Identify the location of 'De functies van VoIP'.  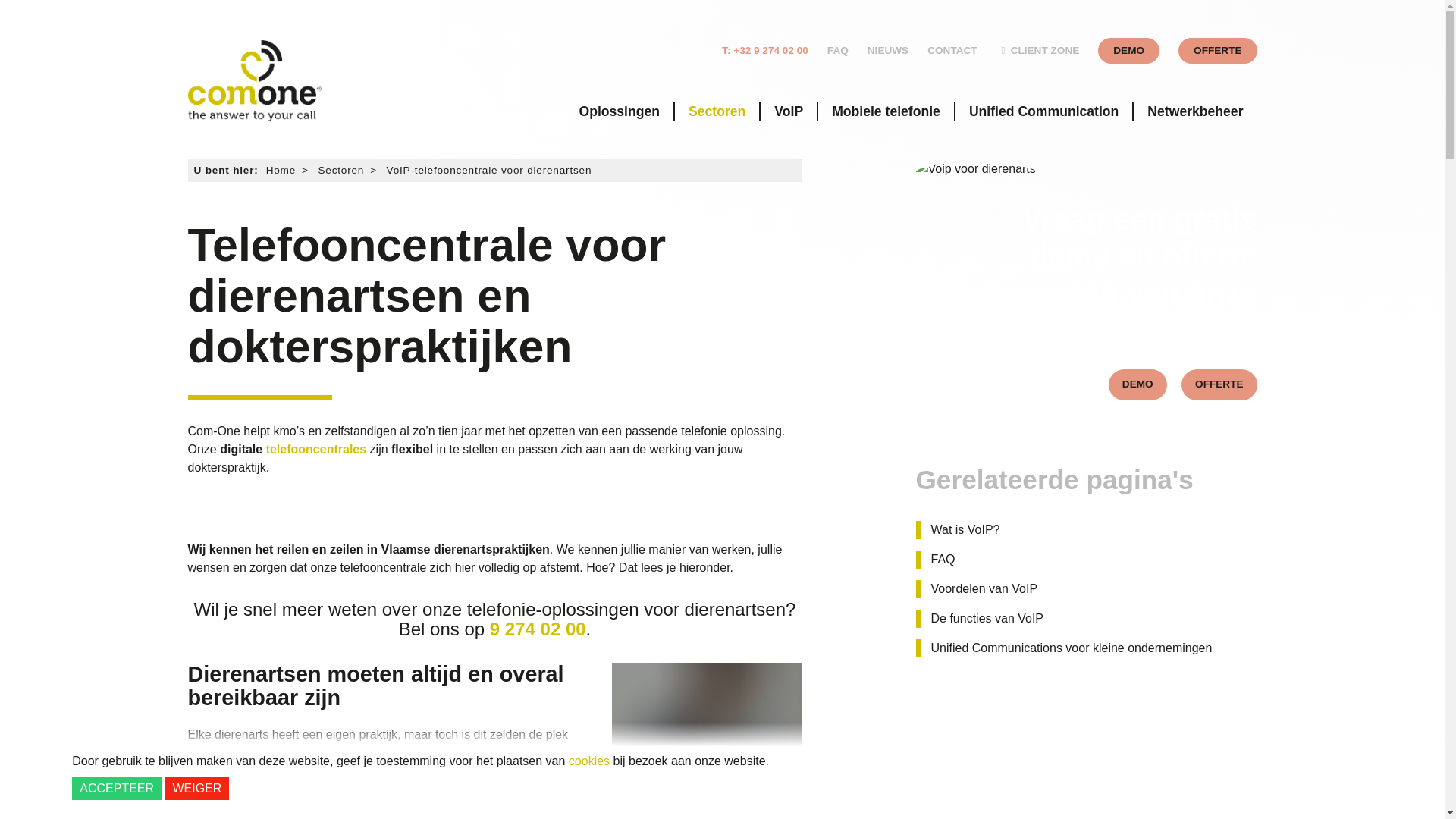
(982, 619).